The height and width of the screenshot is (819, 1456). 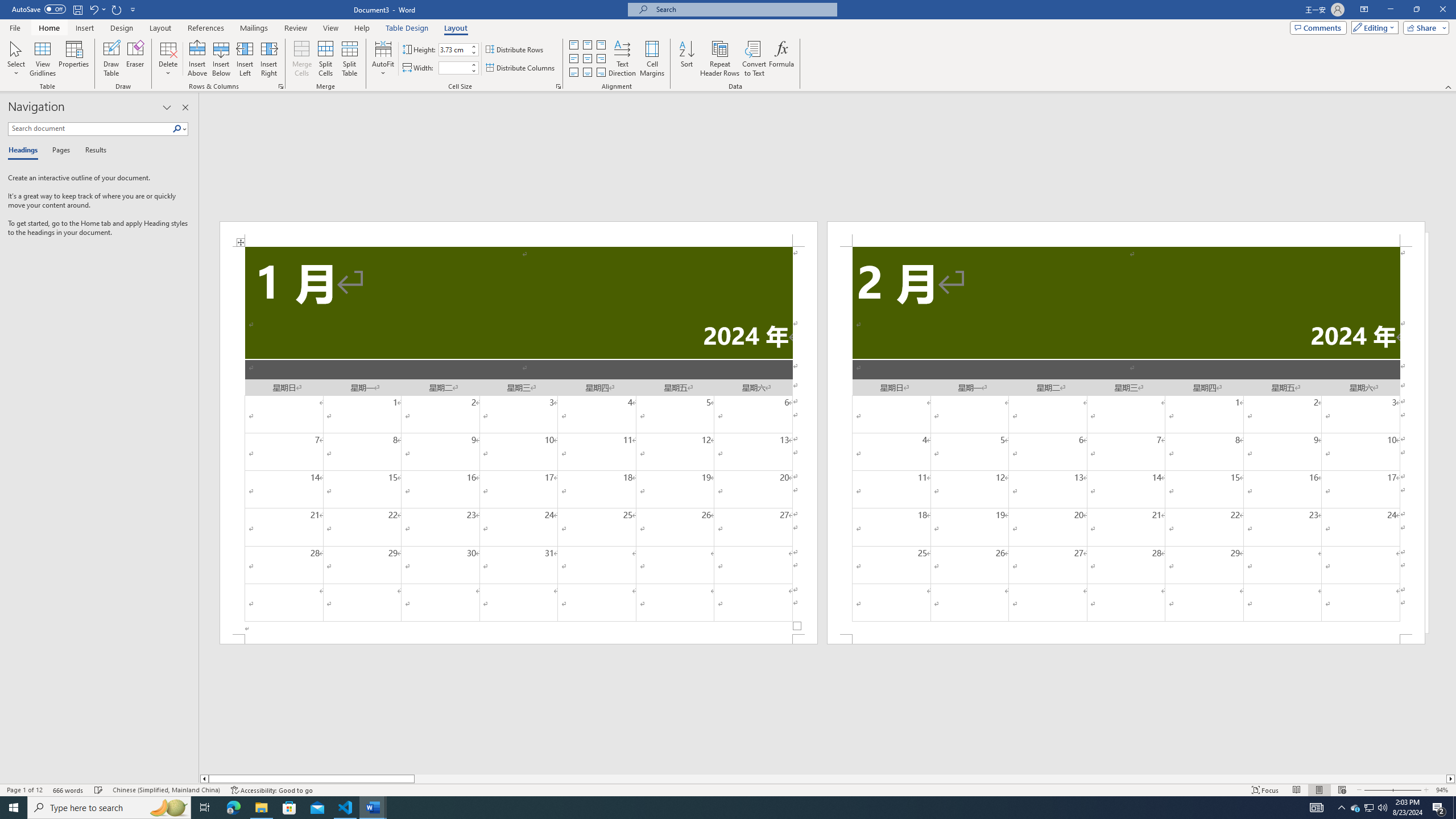 What do you see at coordinates (754, 59) in the screenshot?
I see `'Convert to Text...'` at bounding box center [754, 59].